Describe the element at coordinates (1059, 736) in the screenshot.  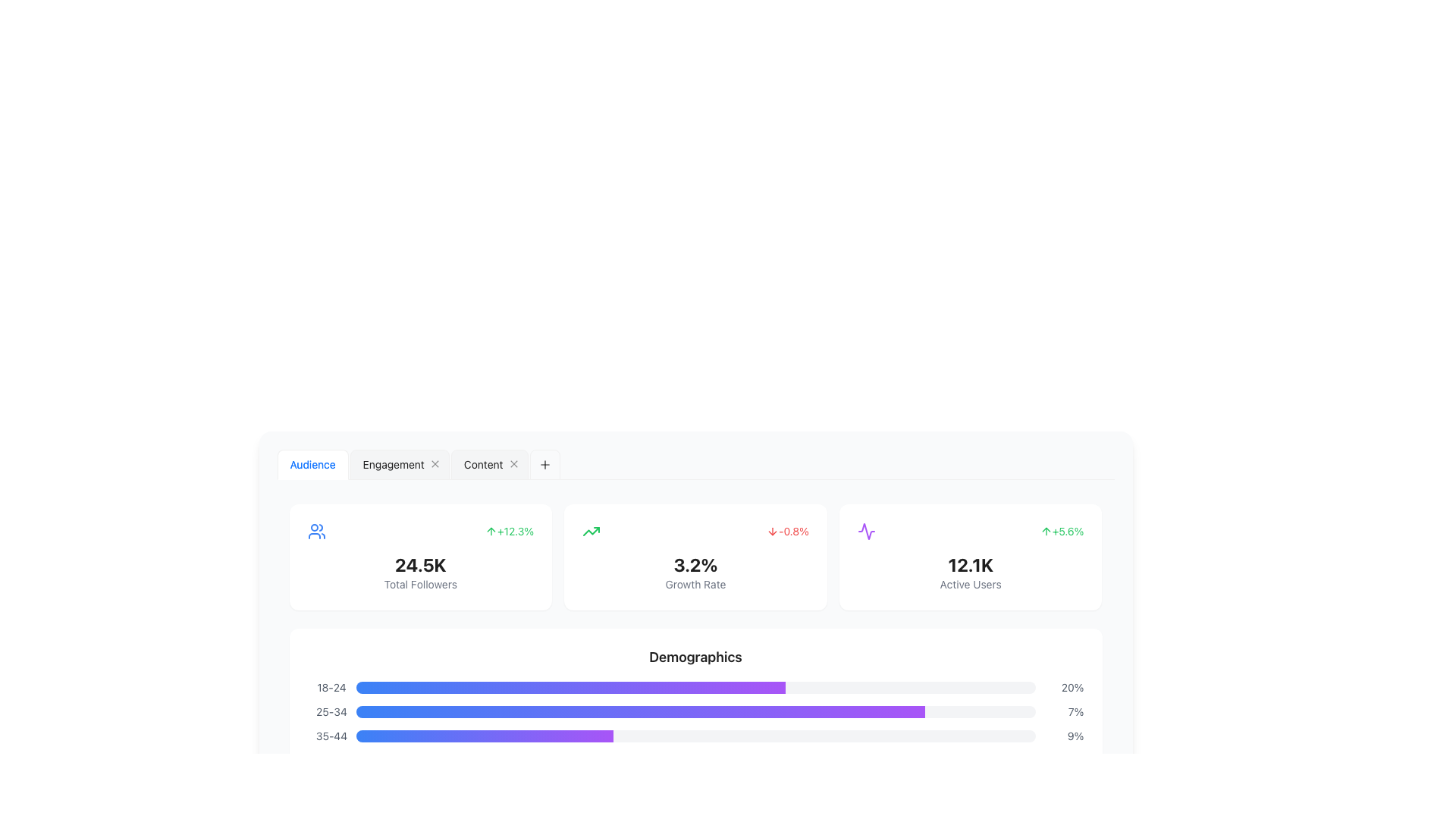
I see `the text label displaying '9%' in a small gray font, located to the far right of the demographic section row labeled '35-44'` at that location.